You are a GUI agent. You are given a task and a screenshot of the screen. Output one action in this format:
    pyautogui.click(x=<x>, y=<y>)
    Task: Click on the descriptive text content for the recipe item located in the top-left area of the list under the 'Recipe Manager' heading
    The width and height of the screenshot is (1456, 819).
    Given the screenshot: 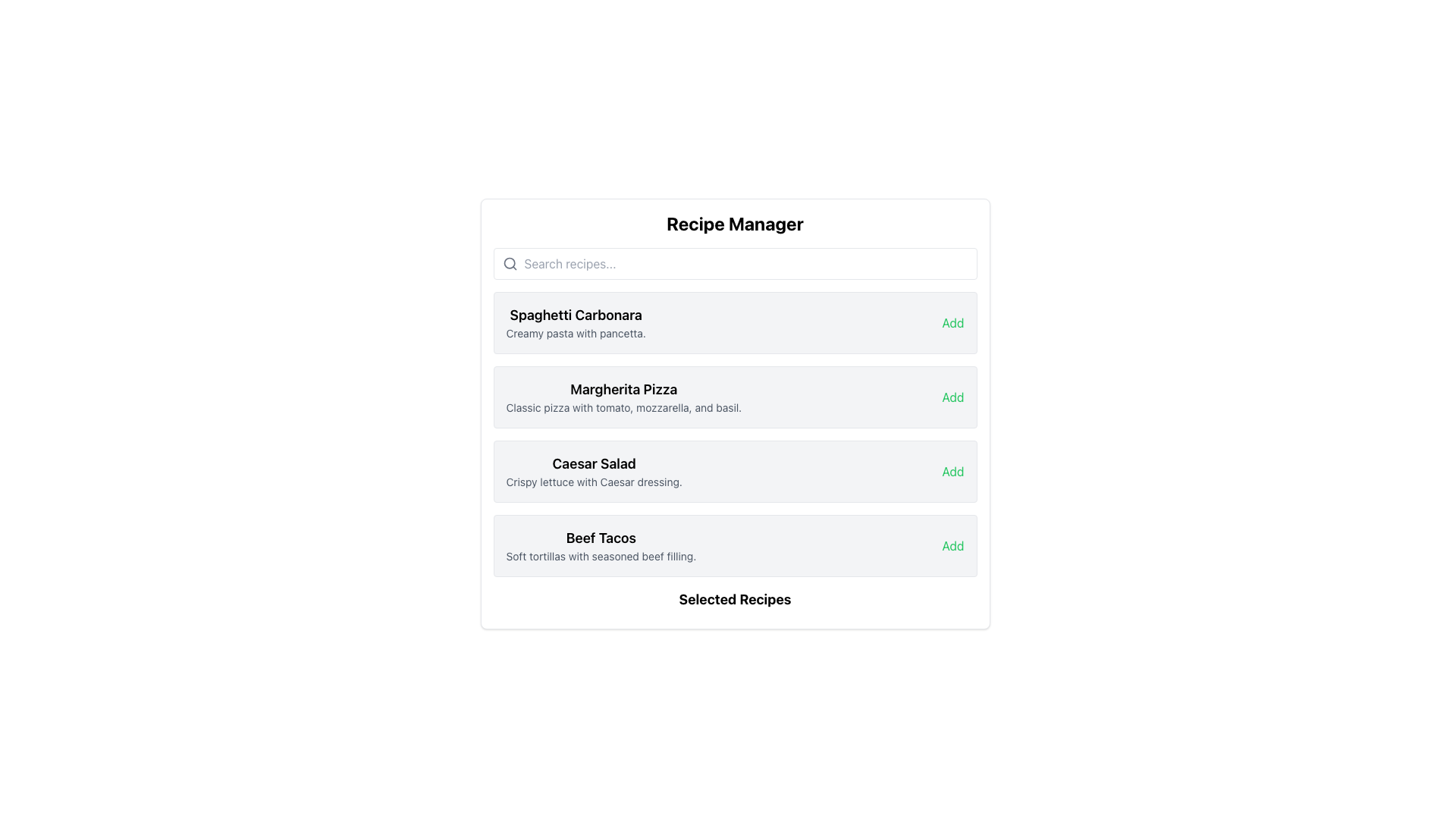 What is the action you would take?
    pyautogui.click(x=575, y=322)
    